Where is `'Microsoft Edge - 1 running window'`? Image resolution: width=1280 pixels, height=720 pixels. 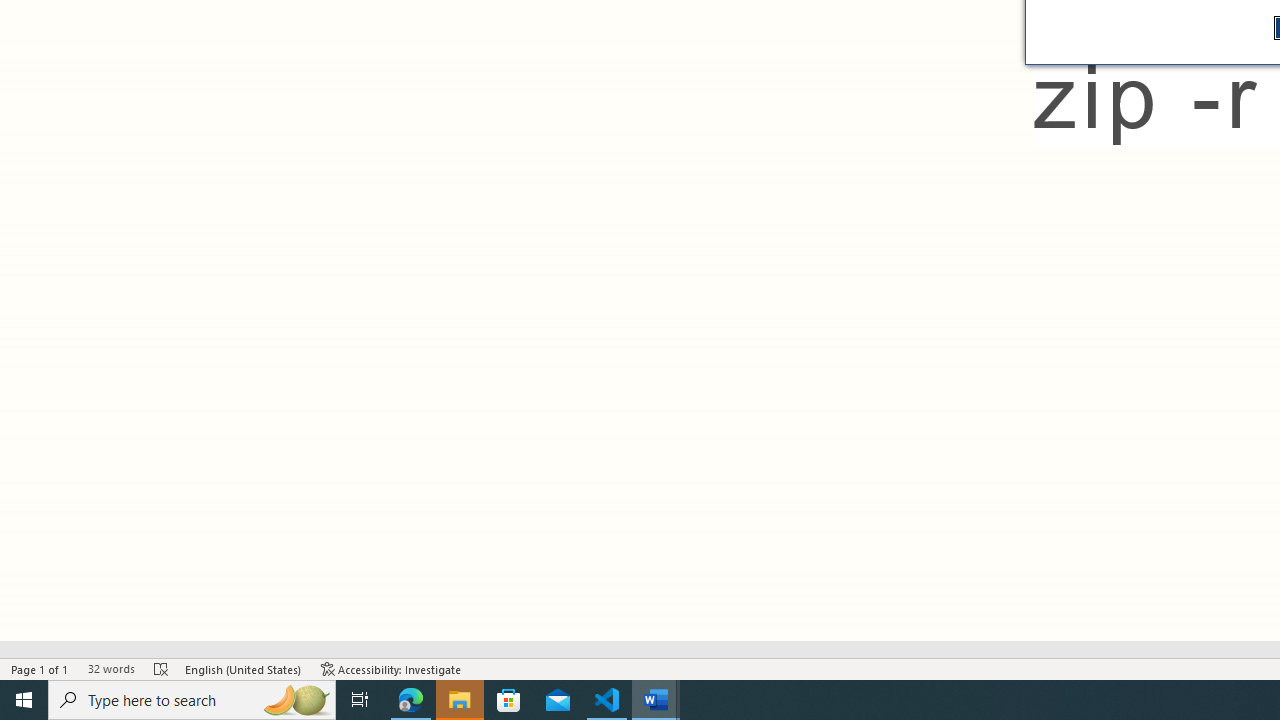
'Microsoft Edge - 1 running window' is located at coordinates (410, 698).